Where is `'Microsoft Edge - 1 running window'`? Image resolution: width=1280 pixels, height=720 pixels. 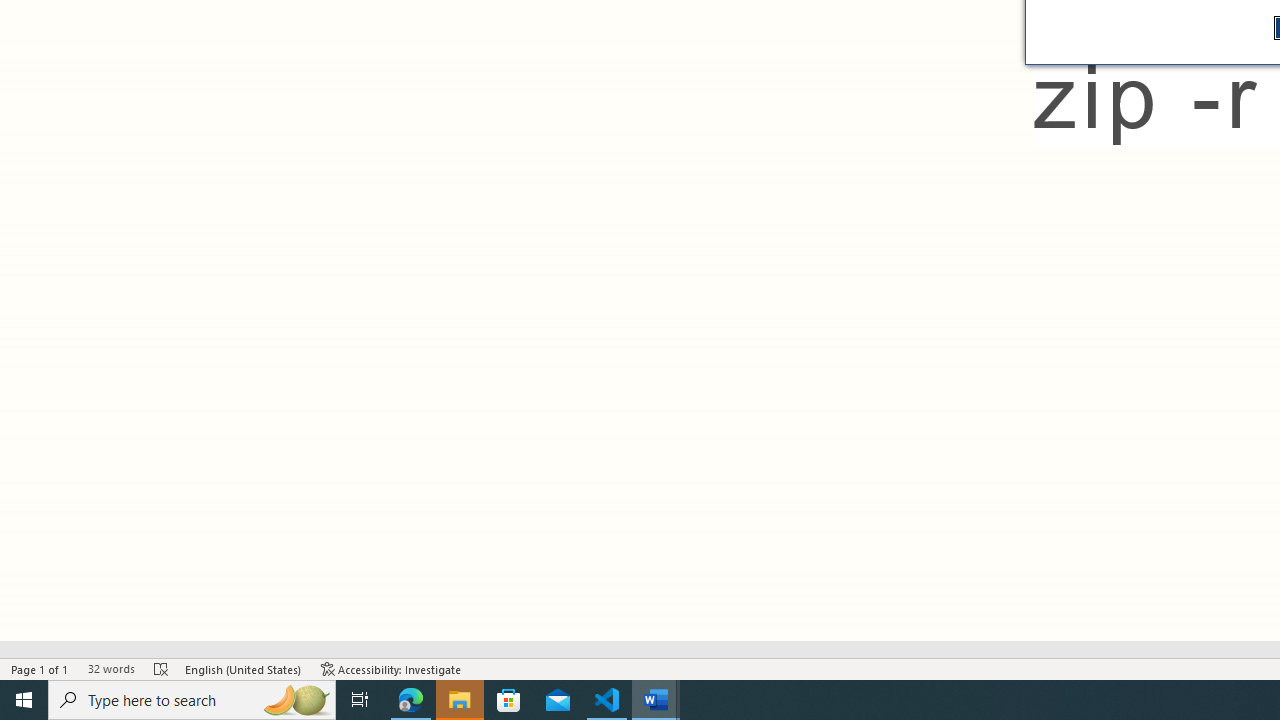
'Microsoft Edge - 1 running window' is located at coordinates (410, 698).